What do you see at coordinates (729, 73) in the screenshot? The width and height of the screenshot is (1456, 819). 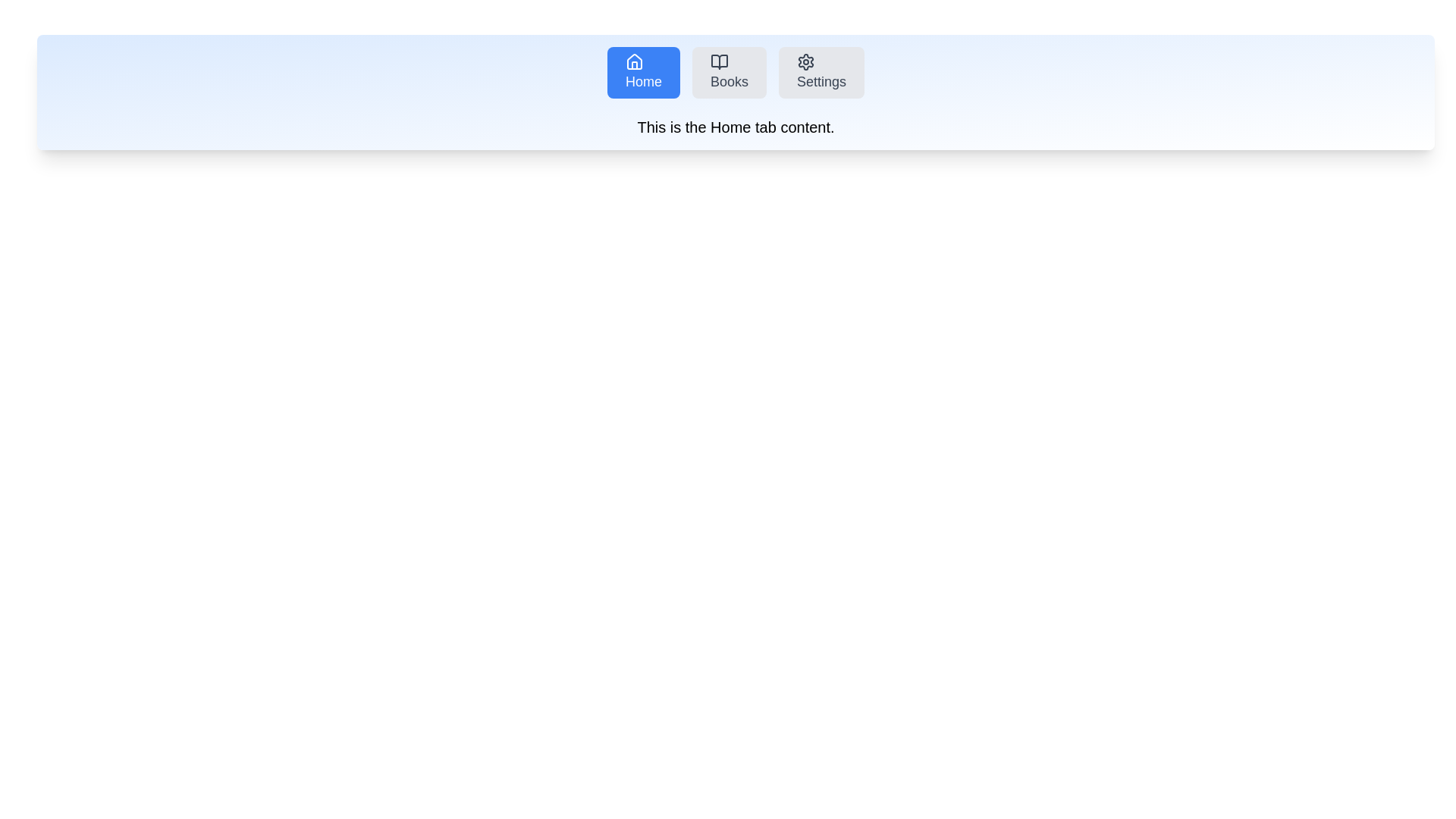 I see `the Books tab to switch to it` at bounding box center [729, 73].